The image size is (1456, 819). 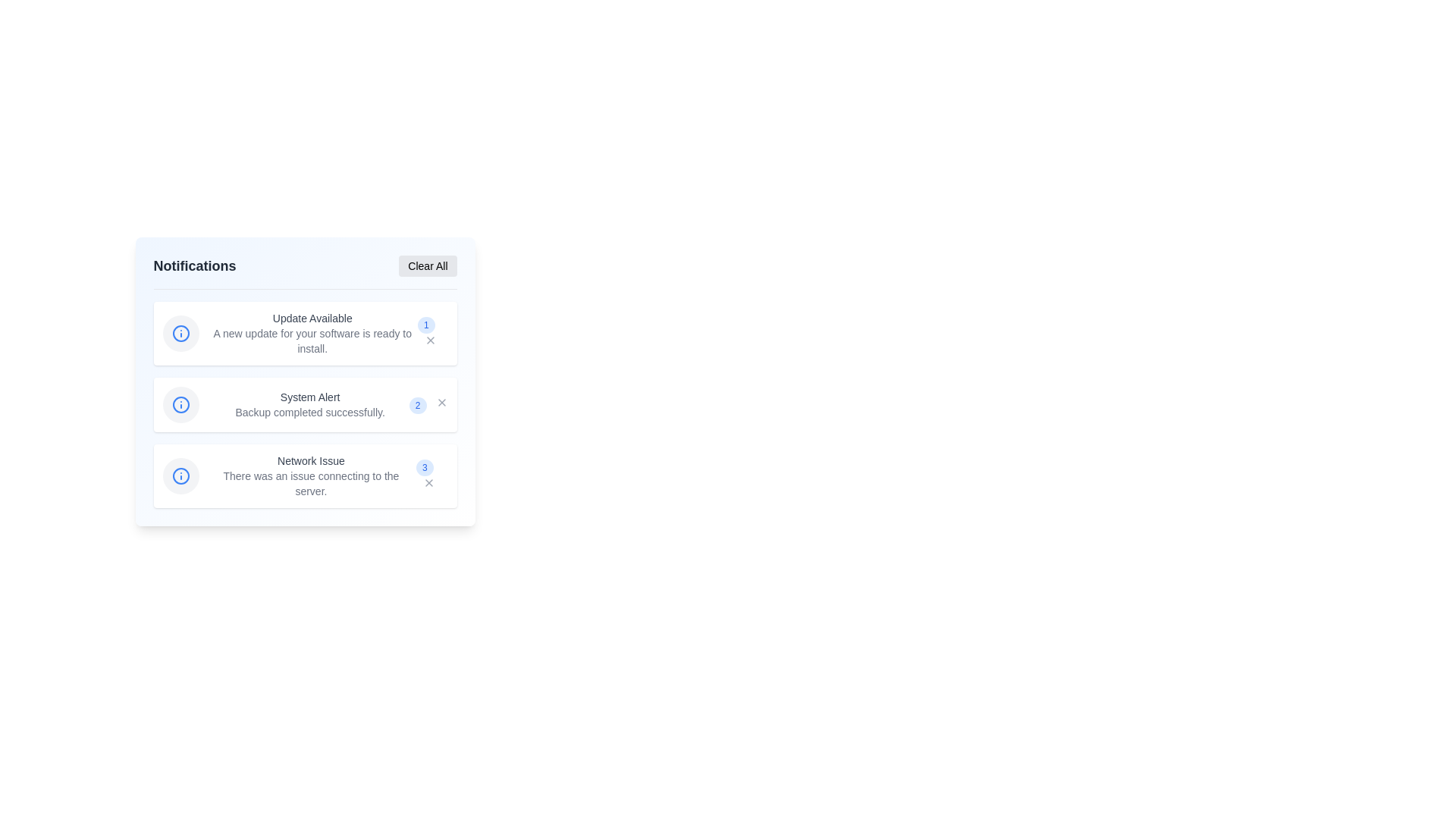 I want to click on the Text Label indicating that the system backup task has been successfully completed, located in the 'System Alert' notification card as the second line of text, so click(x=309, y=412).